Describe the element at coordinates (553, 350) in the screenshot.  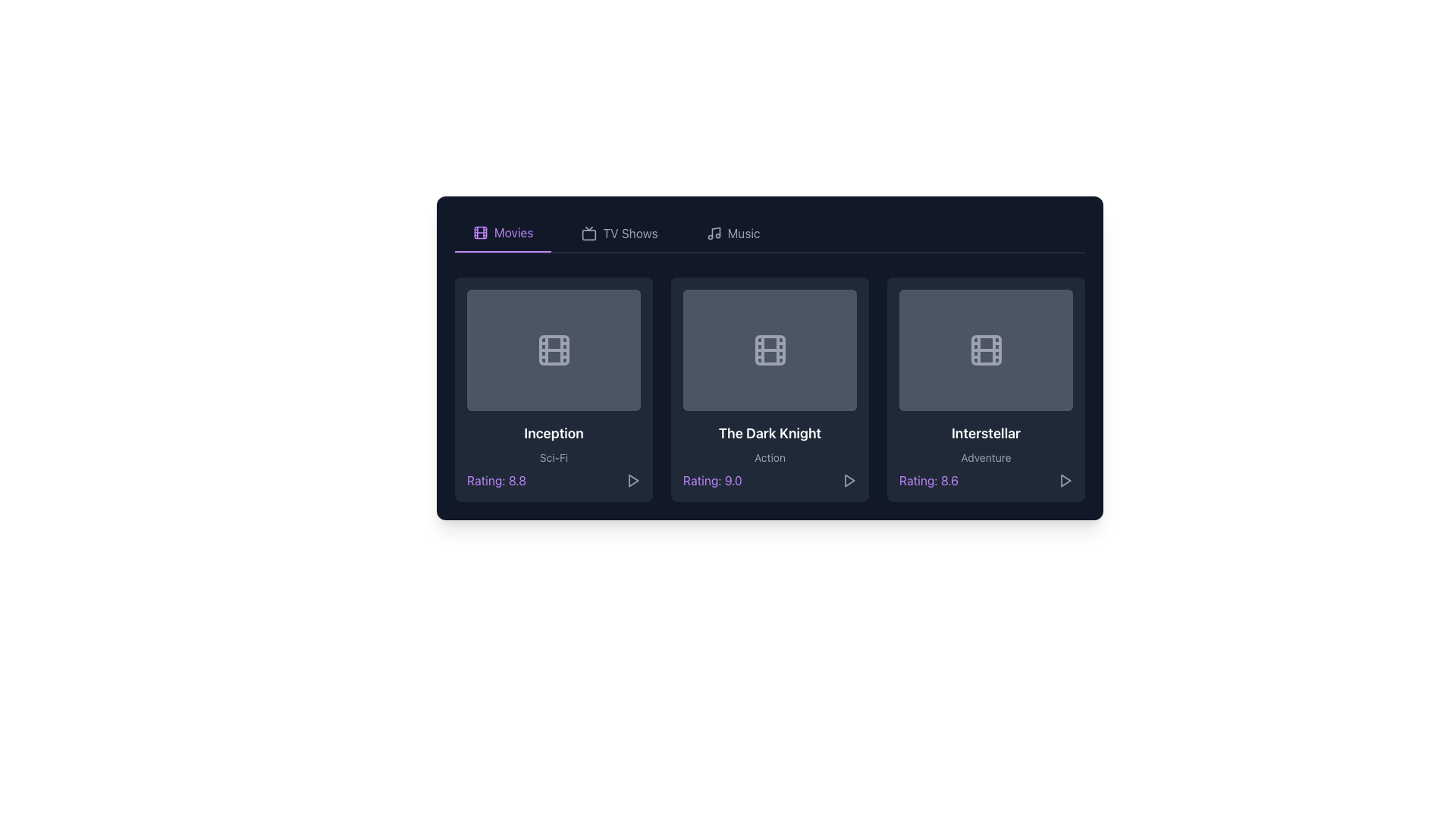
I see `film reel icon located in the first card labeled 'Inception', which is a rectangular frame with rounded corners styled in a dark tone` at that location.